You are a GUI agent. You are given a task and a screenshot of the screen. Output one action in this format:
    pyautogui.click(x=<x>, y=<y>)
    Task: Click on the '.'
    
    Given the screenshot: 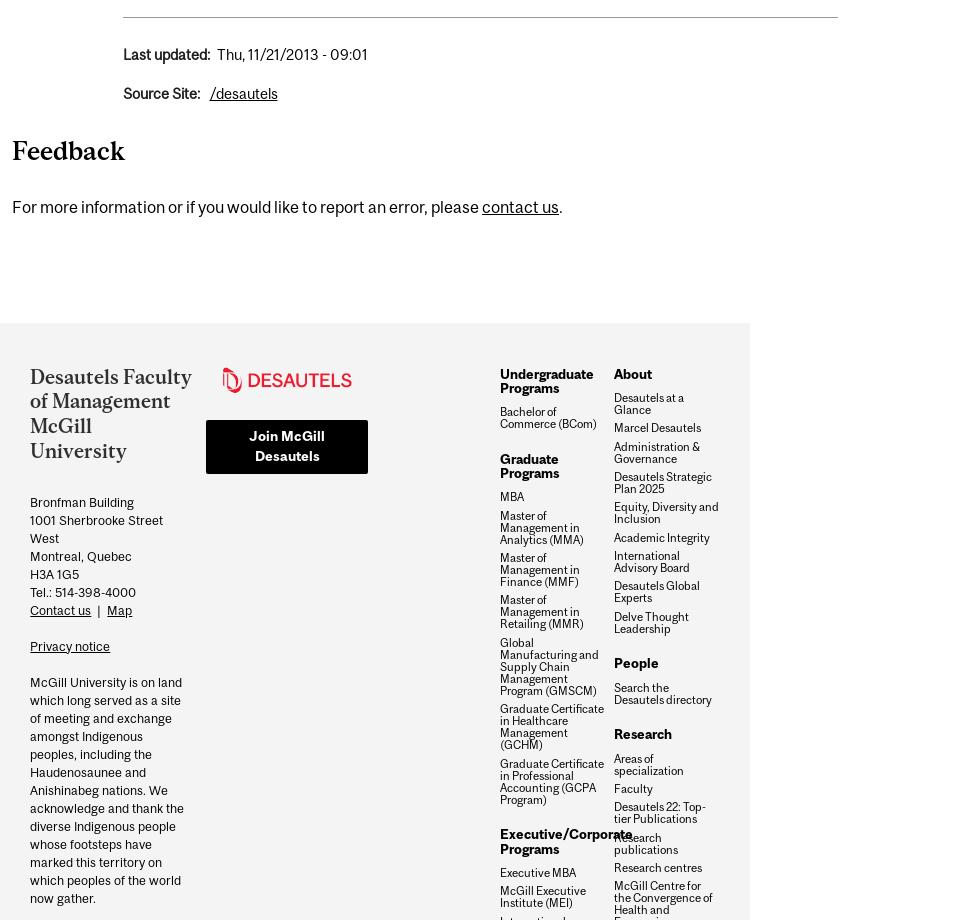 What is the action you would take?
    pyautogui.click(x=561, y=206)
    